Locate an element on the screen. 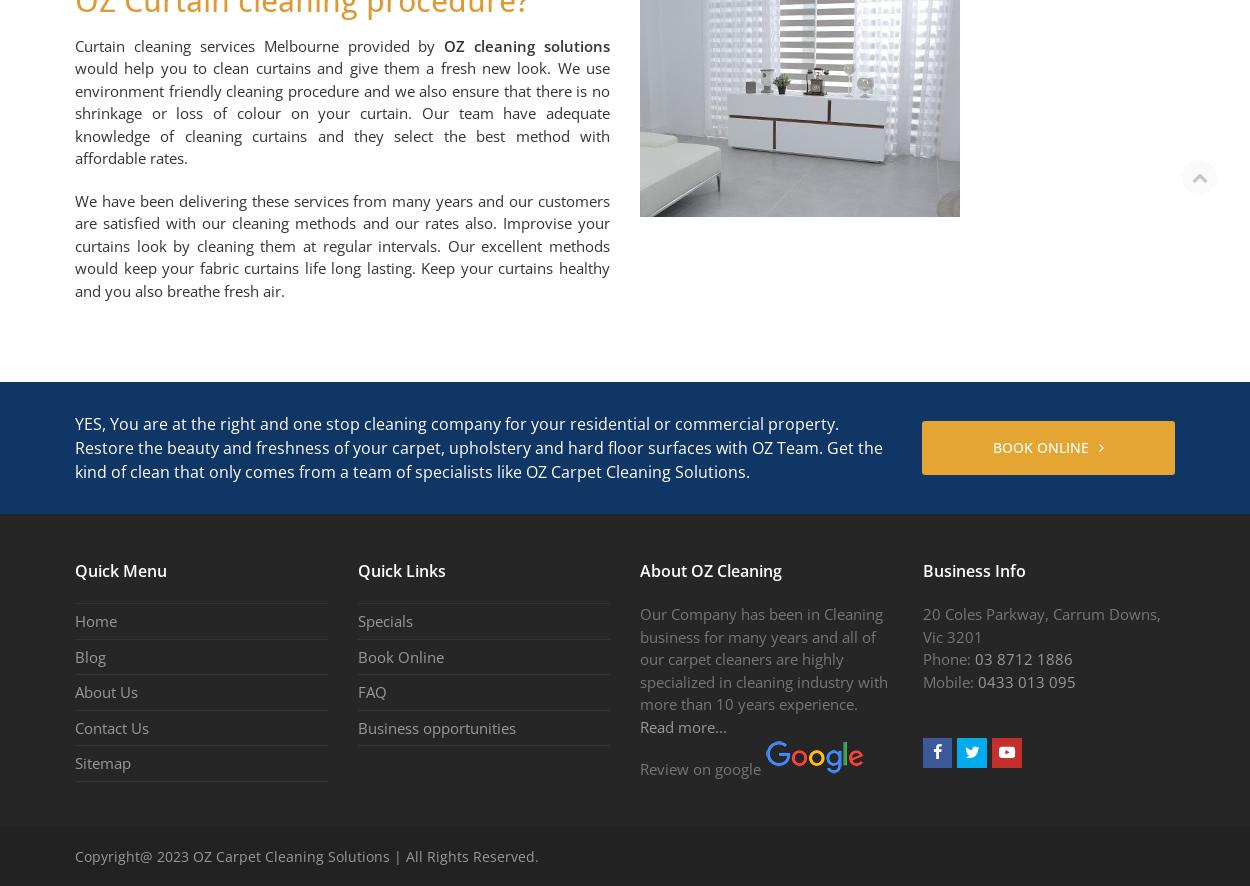  'Home' is located at coordinates (74, 619).